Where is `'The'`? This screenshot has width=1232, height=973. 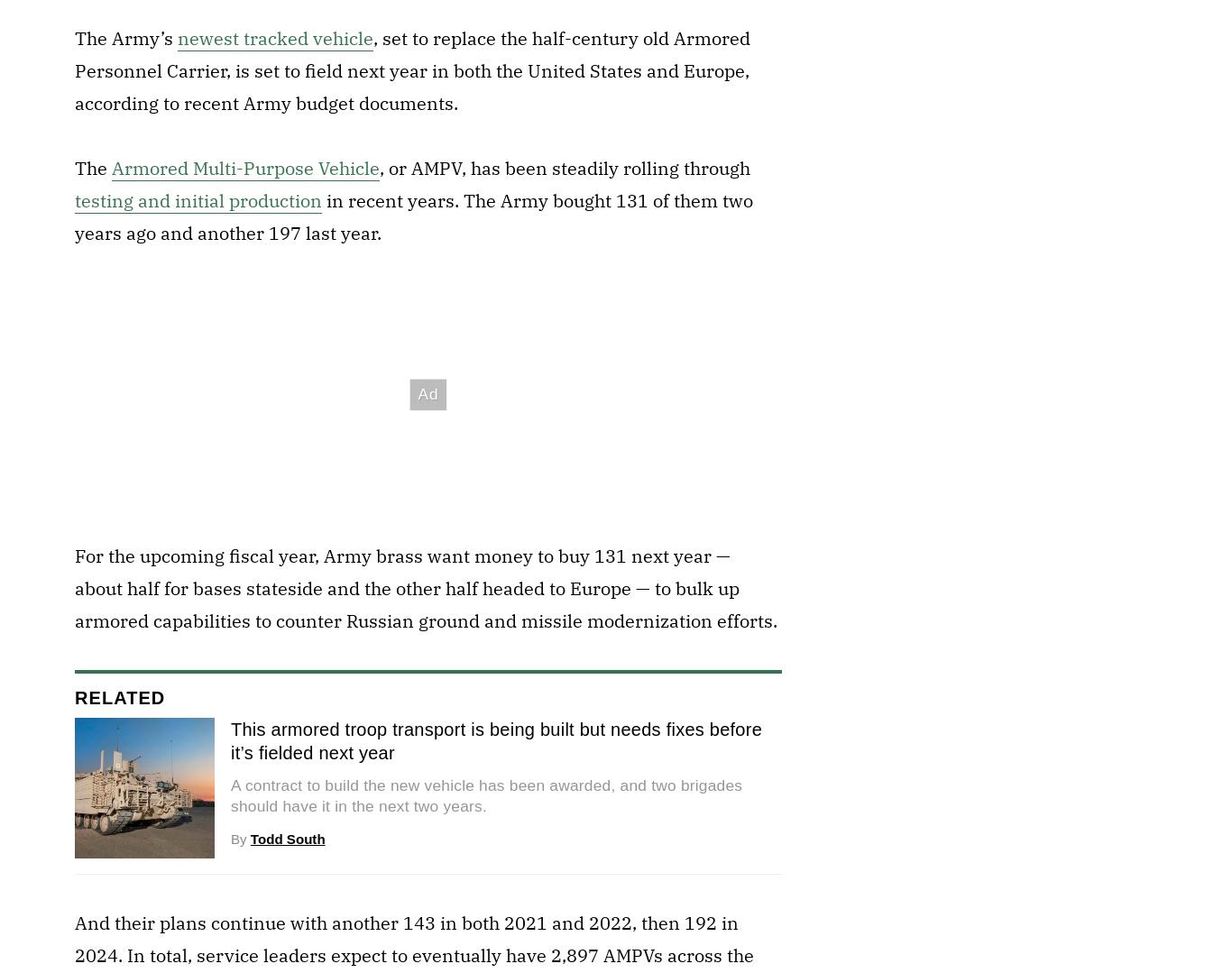 'The' is located at coordinates (93, 167).